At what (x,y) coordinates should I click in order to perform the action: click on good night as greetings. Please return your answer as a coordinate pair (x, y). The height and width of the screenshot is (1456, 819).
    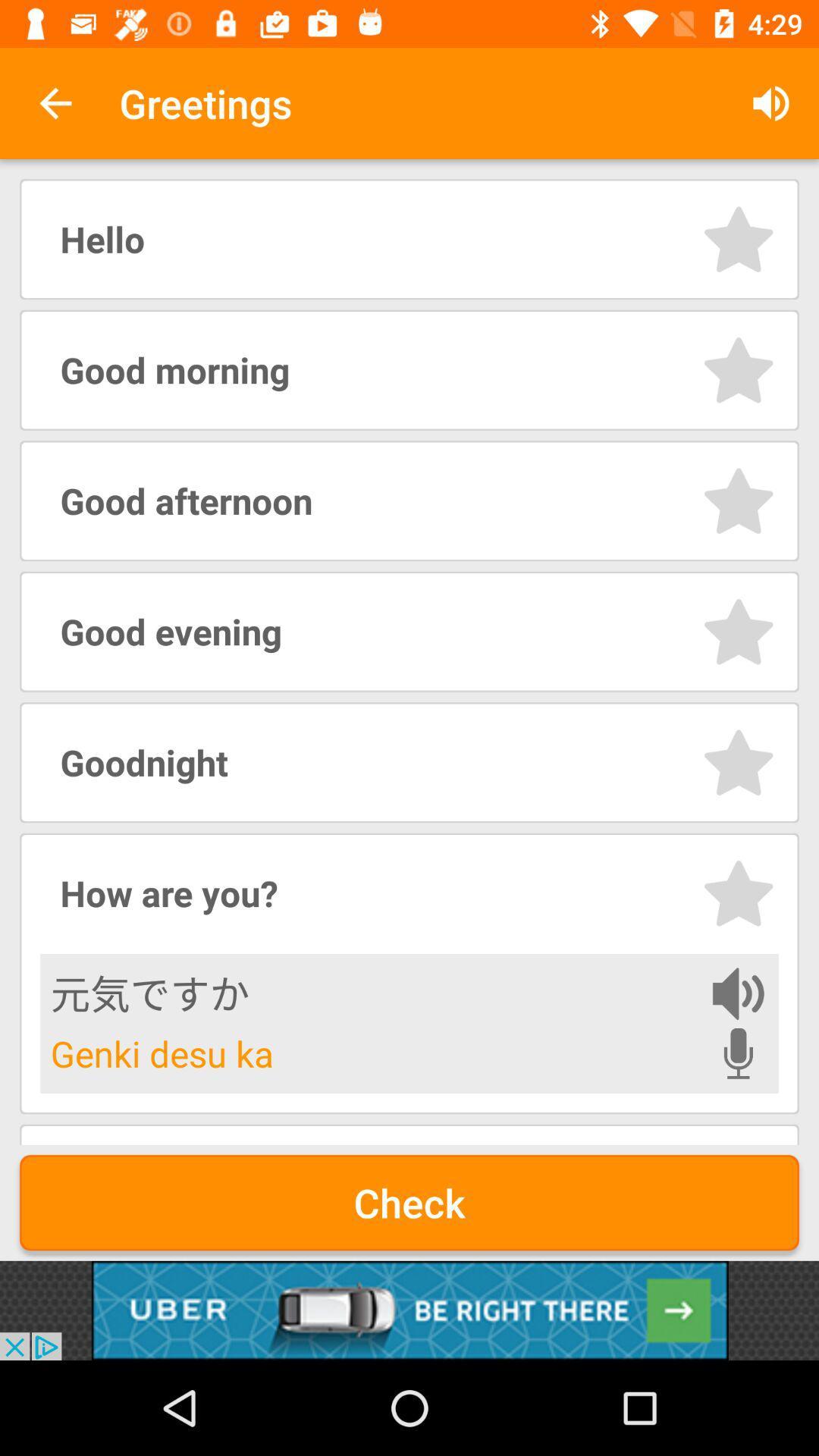
    Looking at the image, I should click on (738, 762).